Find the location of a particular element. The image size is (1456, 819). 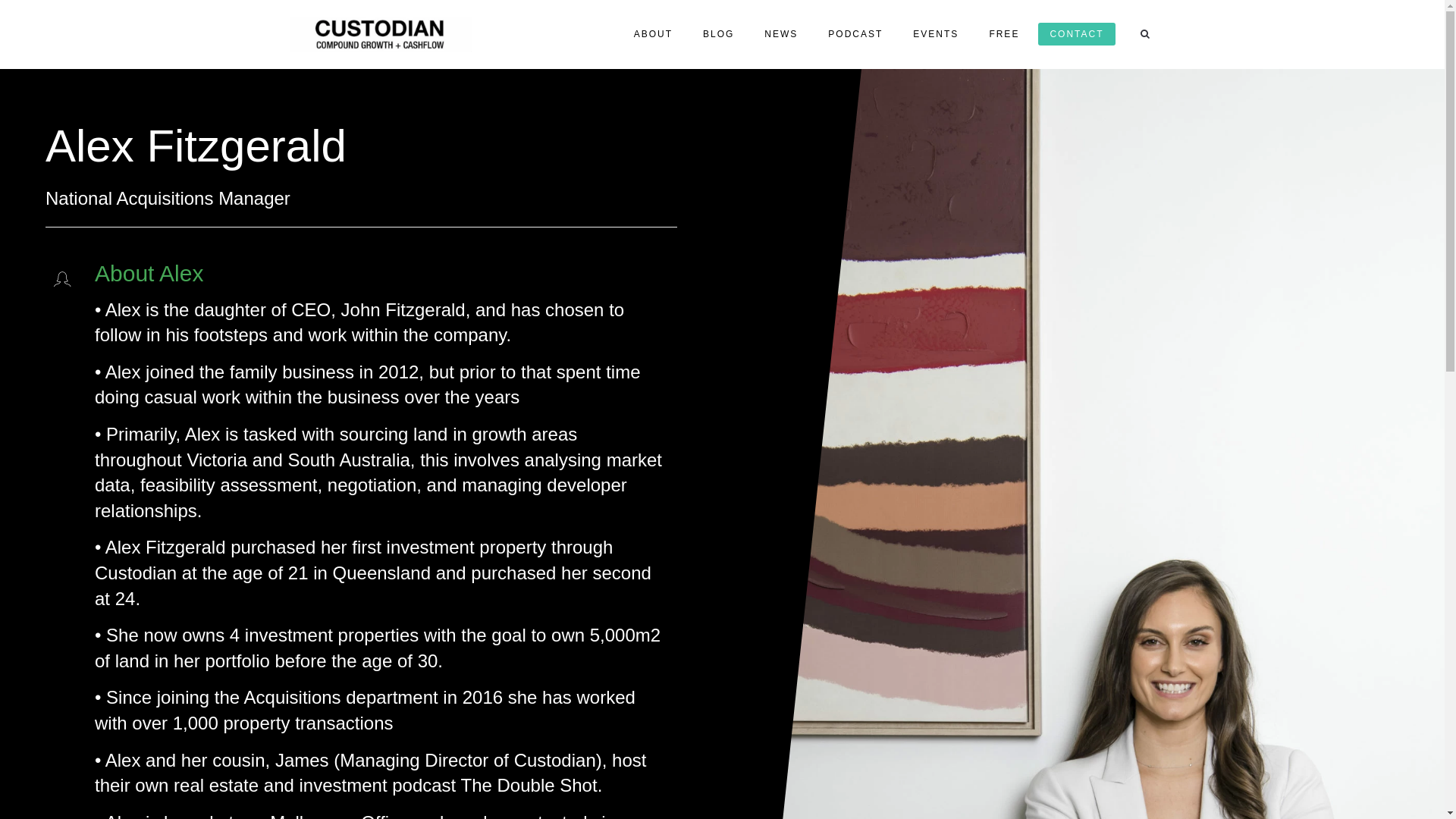

'FREE' is located at coordinates (977, 34).